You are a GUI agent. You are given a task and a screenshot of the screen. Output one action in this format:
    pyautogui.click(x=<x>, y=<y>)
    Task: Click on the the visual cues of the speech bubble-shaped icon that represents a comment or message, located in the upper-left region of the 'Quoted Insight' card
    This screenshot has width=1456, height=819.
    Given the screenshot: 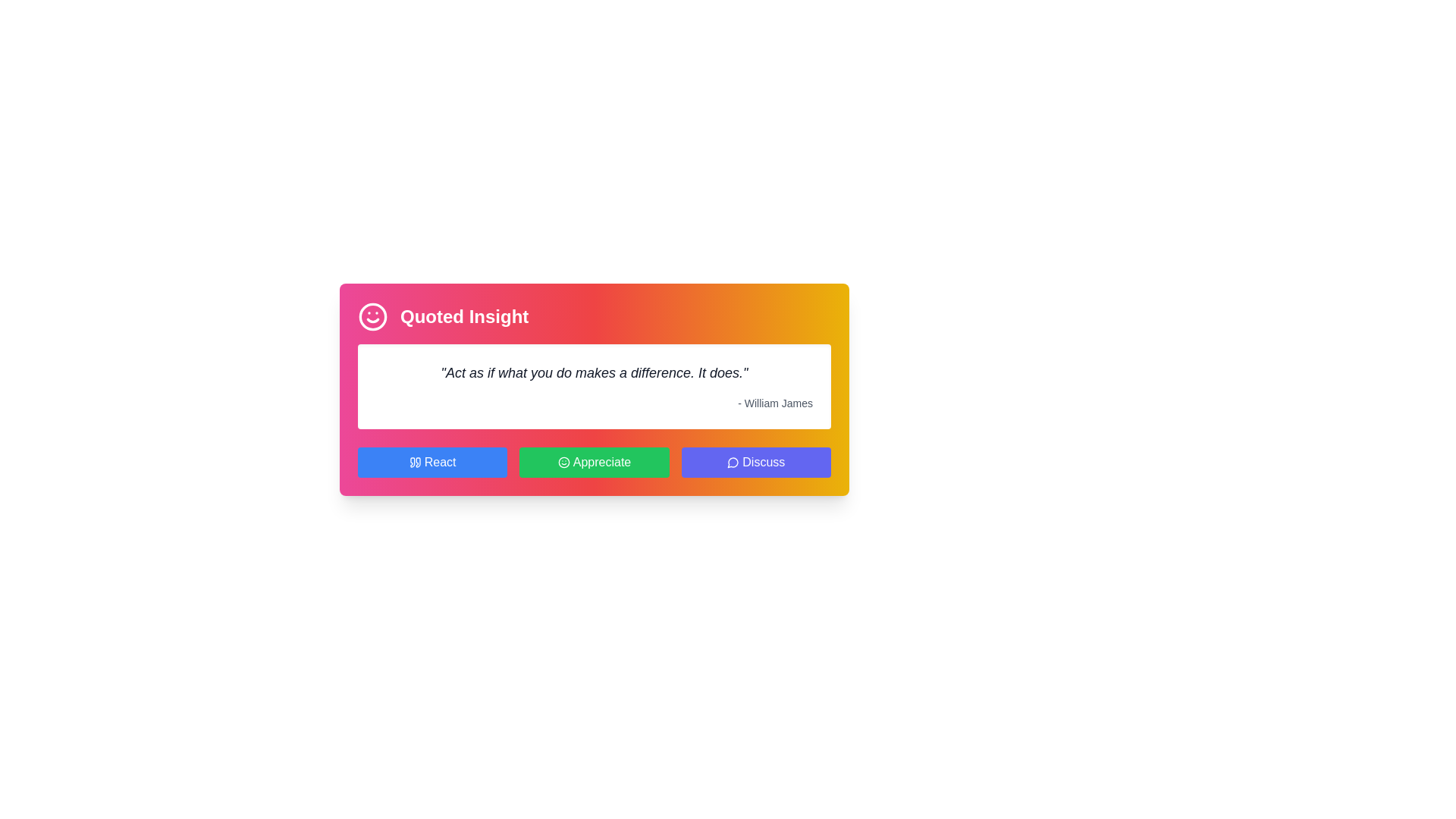 What is the action you would take?
    pyautogui.click(x=733, y=462)
    